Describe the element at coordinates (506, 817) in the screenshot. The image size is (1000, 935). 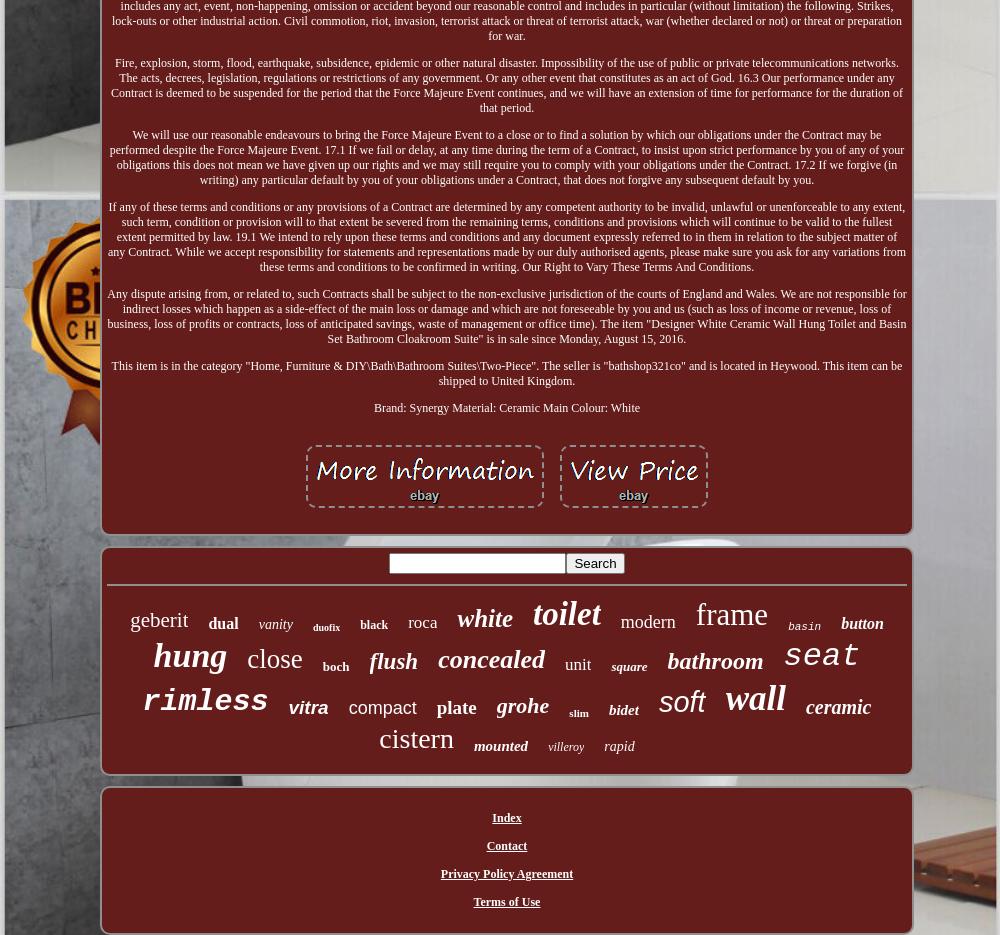
I see `'Index'` at that location.